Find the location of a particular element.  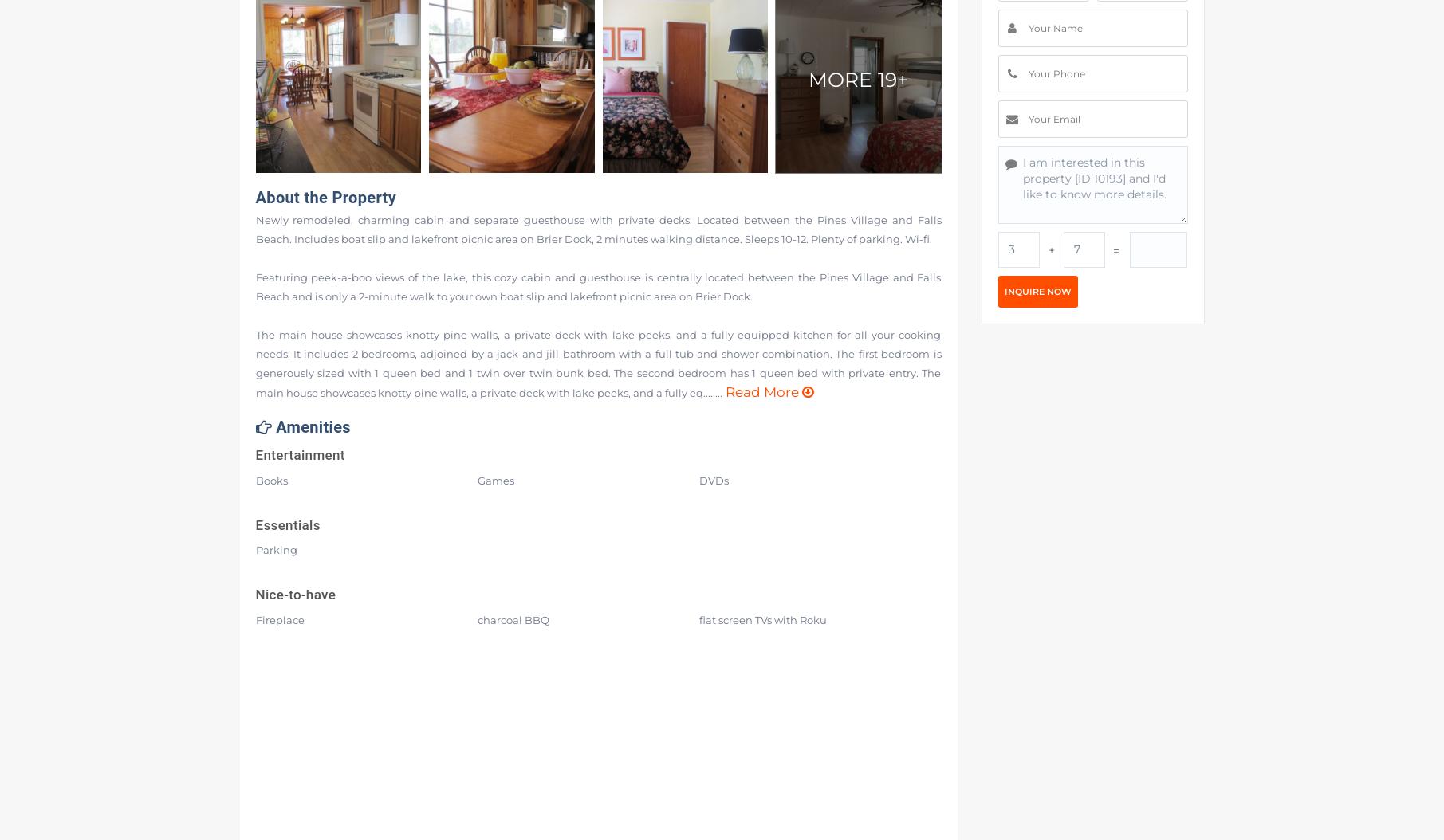

'Read More' is located at coordinates (760, 391).